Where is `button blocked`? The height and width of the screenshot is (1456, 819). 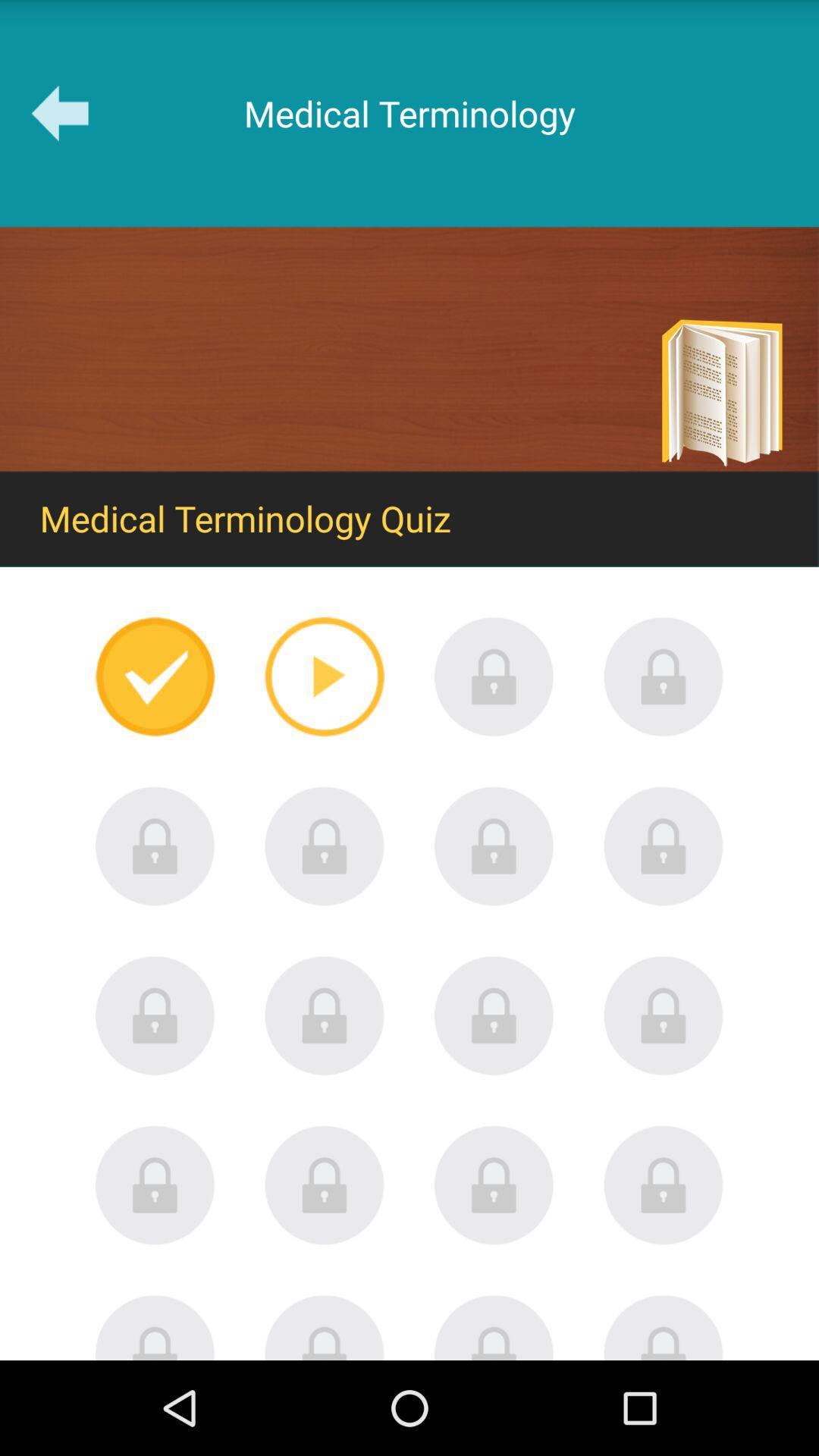
button blocked is located at coordinates (494, 676).